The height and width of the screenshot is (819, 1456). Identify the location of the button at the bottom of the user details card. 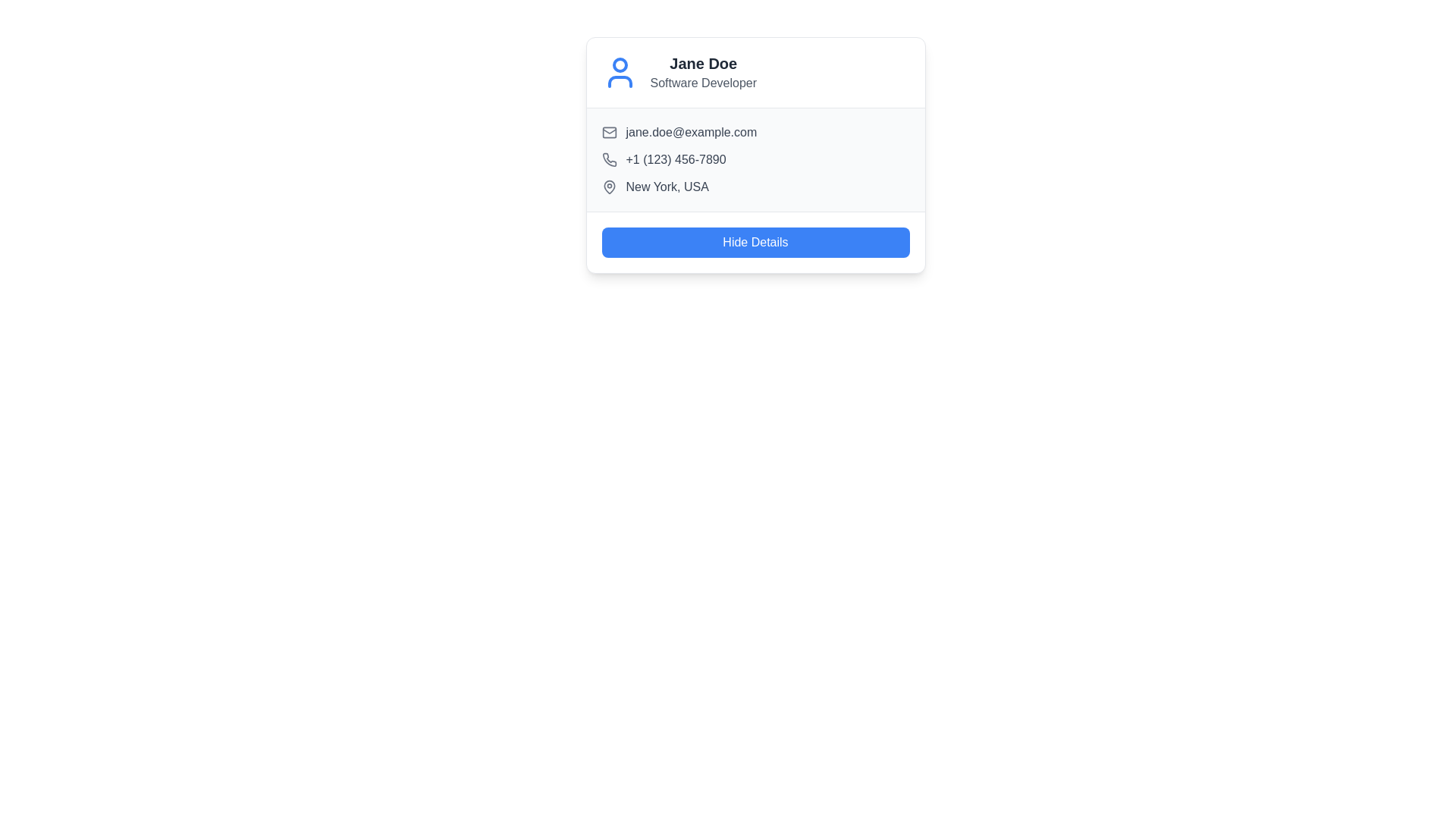
(755, 242).